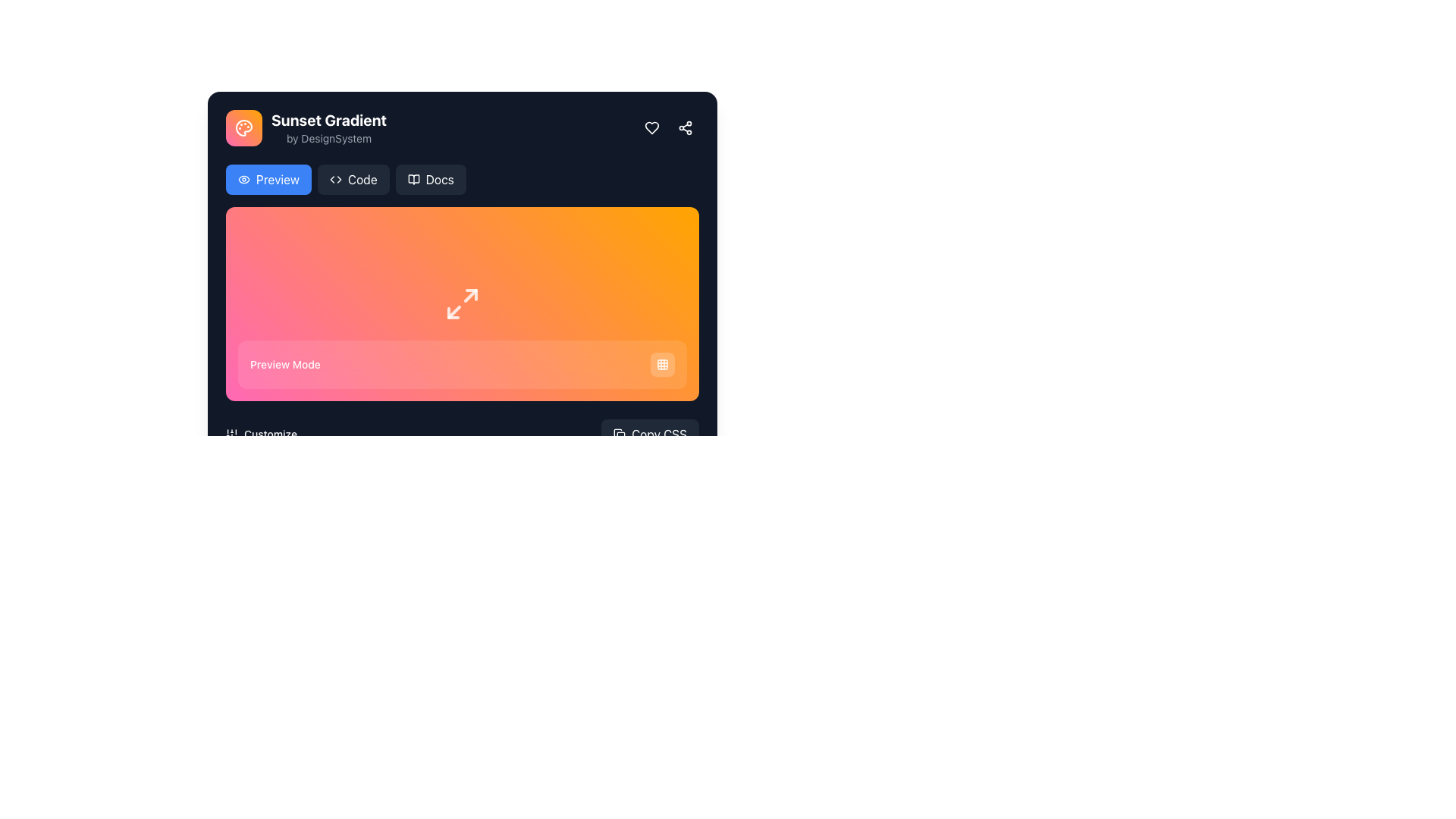 This screenshot has height=819, width=1456. I want to click on the icon-based button represented by three vertical sliders, located to the left of the 'Customize' text, to invoke its functionality, so click(231, 435).